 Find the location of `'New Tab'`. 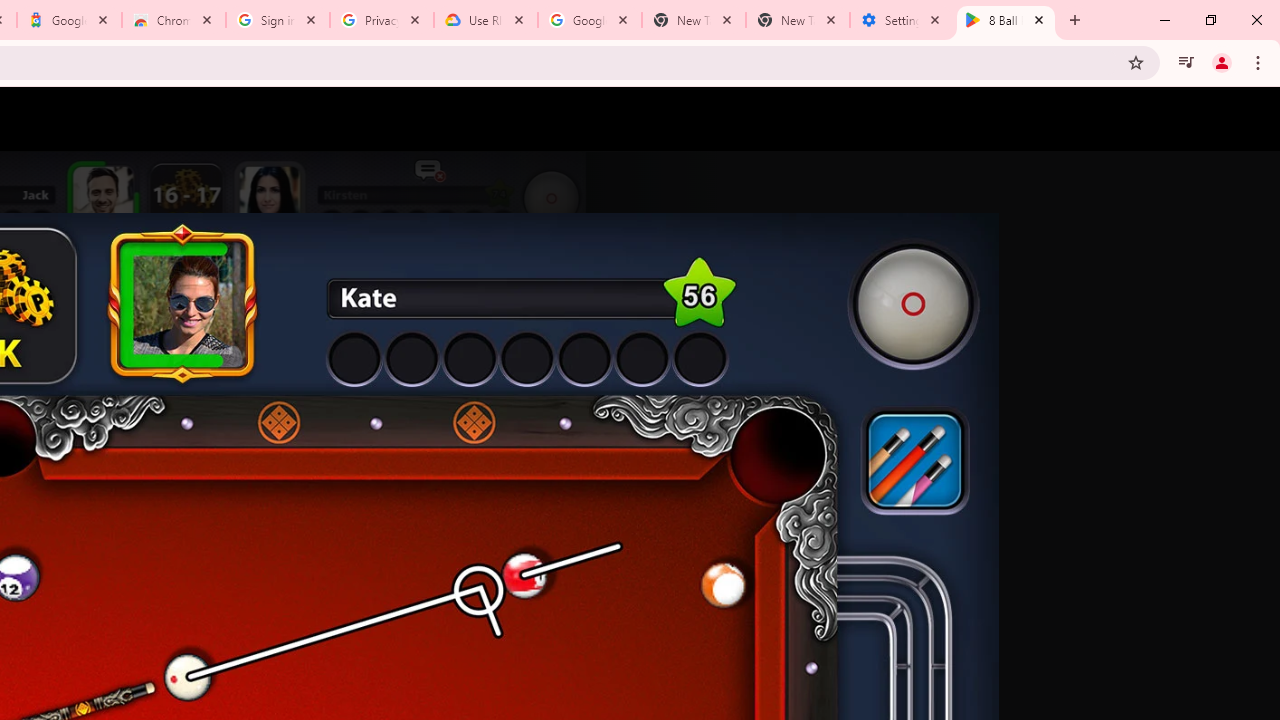

'New Tab' is located at coordinates (797, 20).